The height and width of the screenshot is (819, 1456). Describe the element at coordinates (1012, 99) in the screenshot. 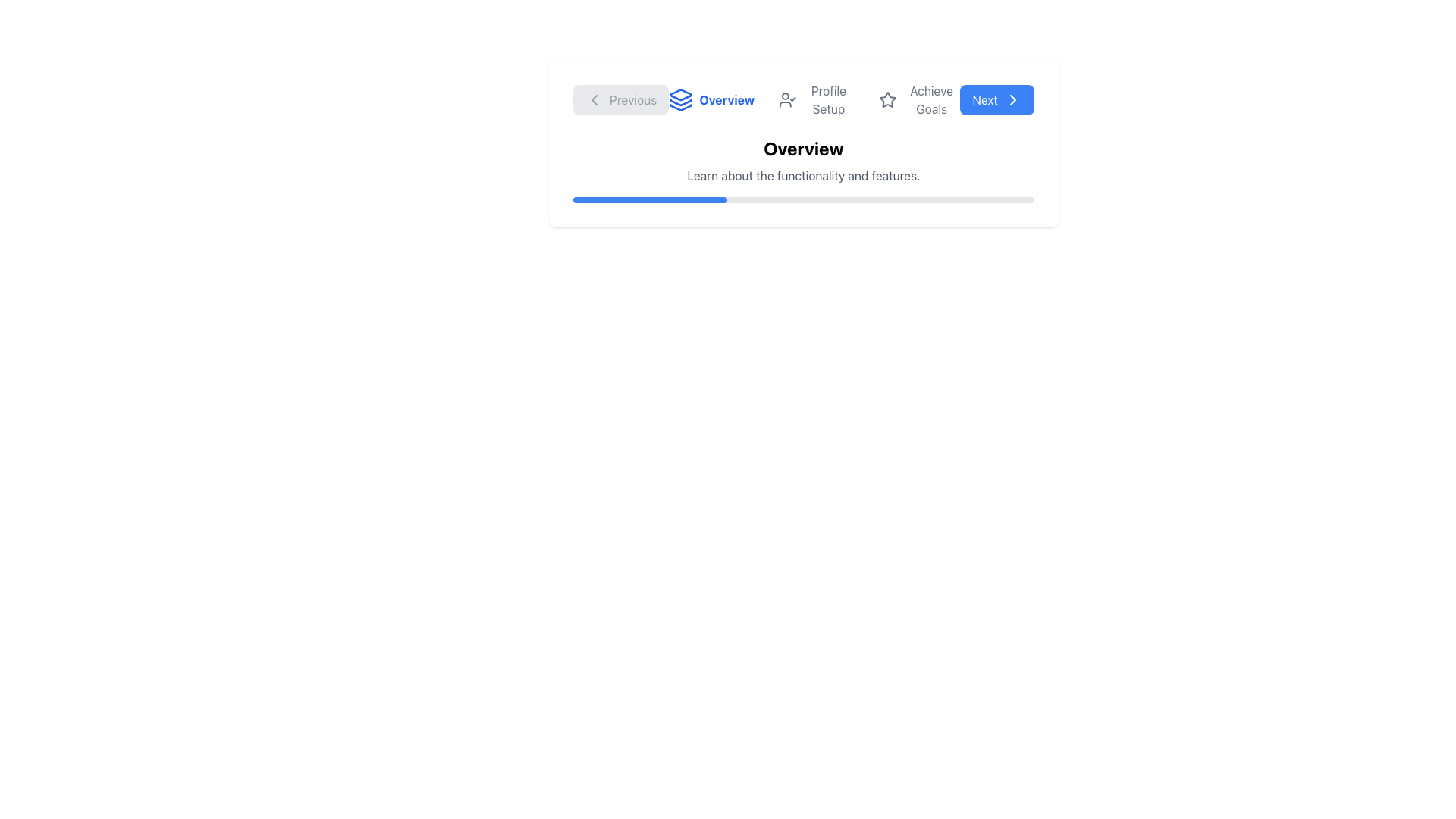

I see `the visual style of the triangular arrow-shaped icon located inside the 'Next' button in the navigation bar at the top-center of the interface` at that location.